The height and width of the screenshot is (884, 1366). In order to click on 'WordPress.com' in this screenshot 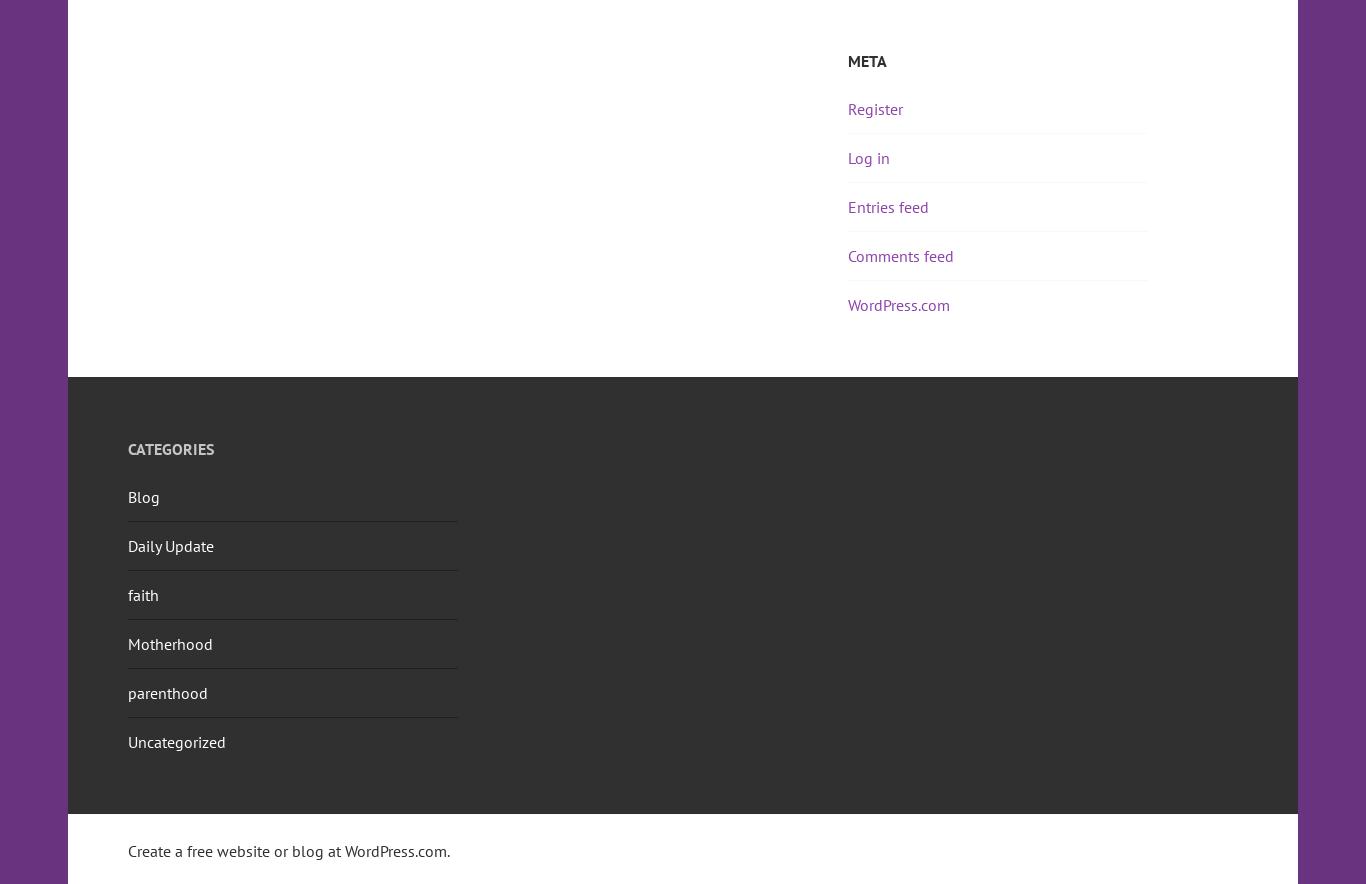, I will do `click(897, 304)`.